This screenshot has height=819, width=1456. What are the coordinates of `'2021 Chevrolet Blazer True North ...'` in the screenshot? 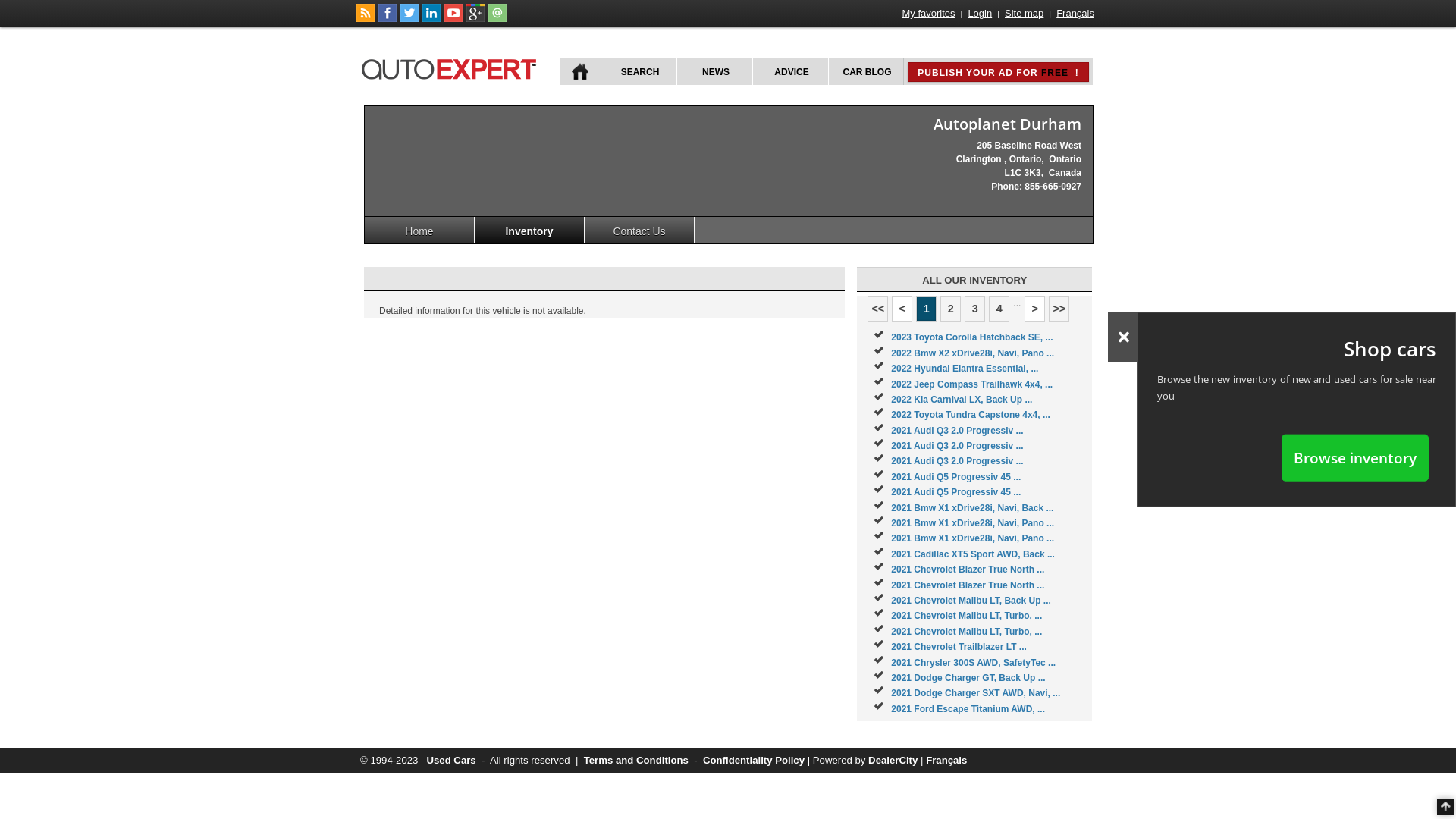 It's located at (967, 570).